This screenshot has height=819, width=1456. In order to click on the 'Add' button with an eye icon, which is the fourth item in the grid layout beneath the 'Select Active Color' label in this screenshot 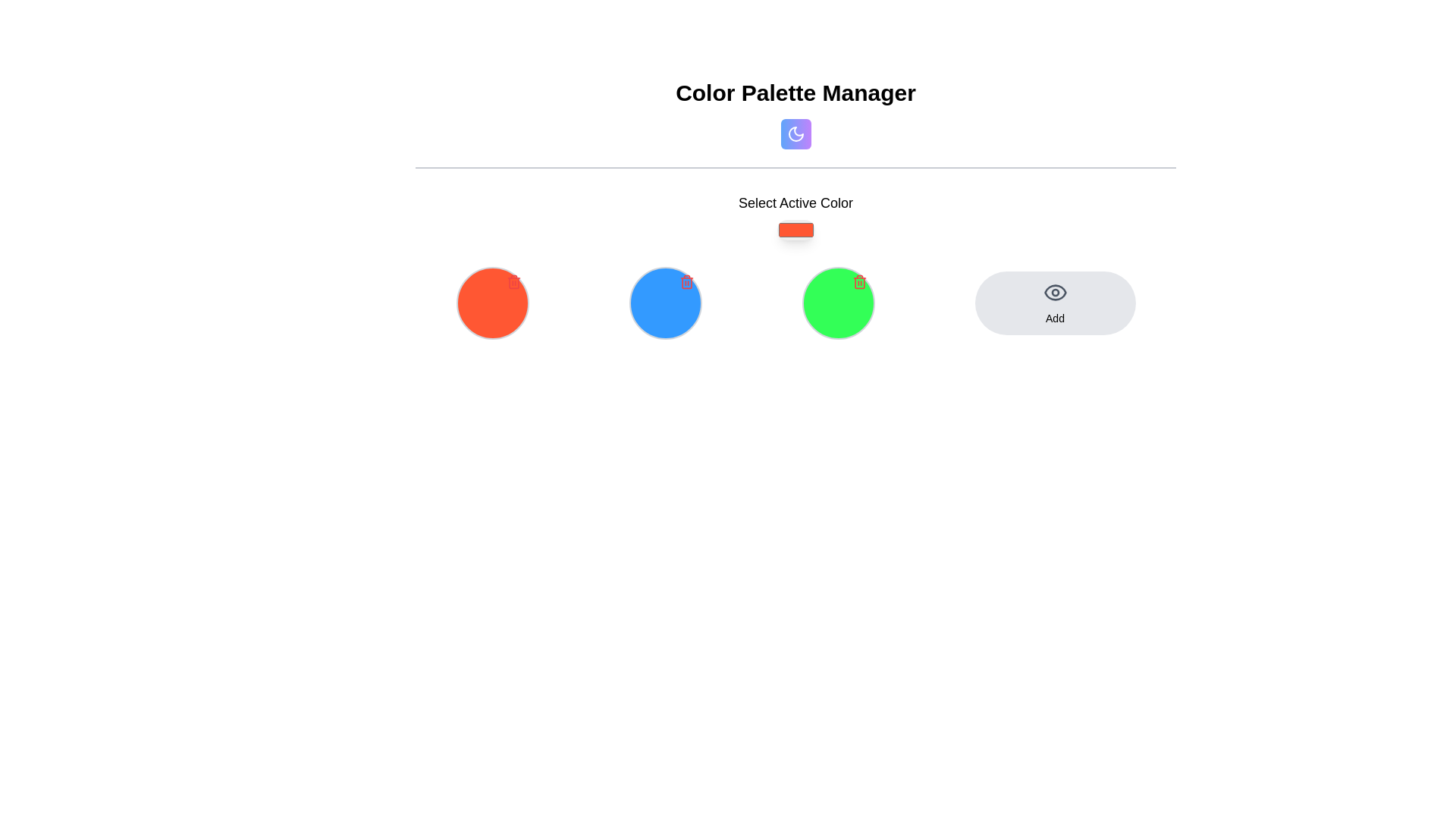, I will do `click(1054, 303)`.